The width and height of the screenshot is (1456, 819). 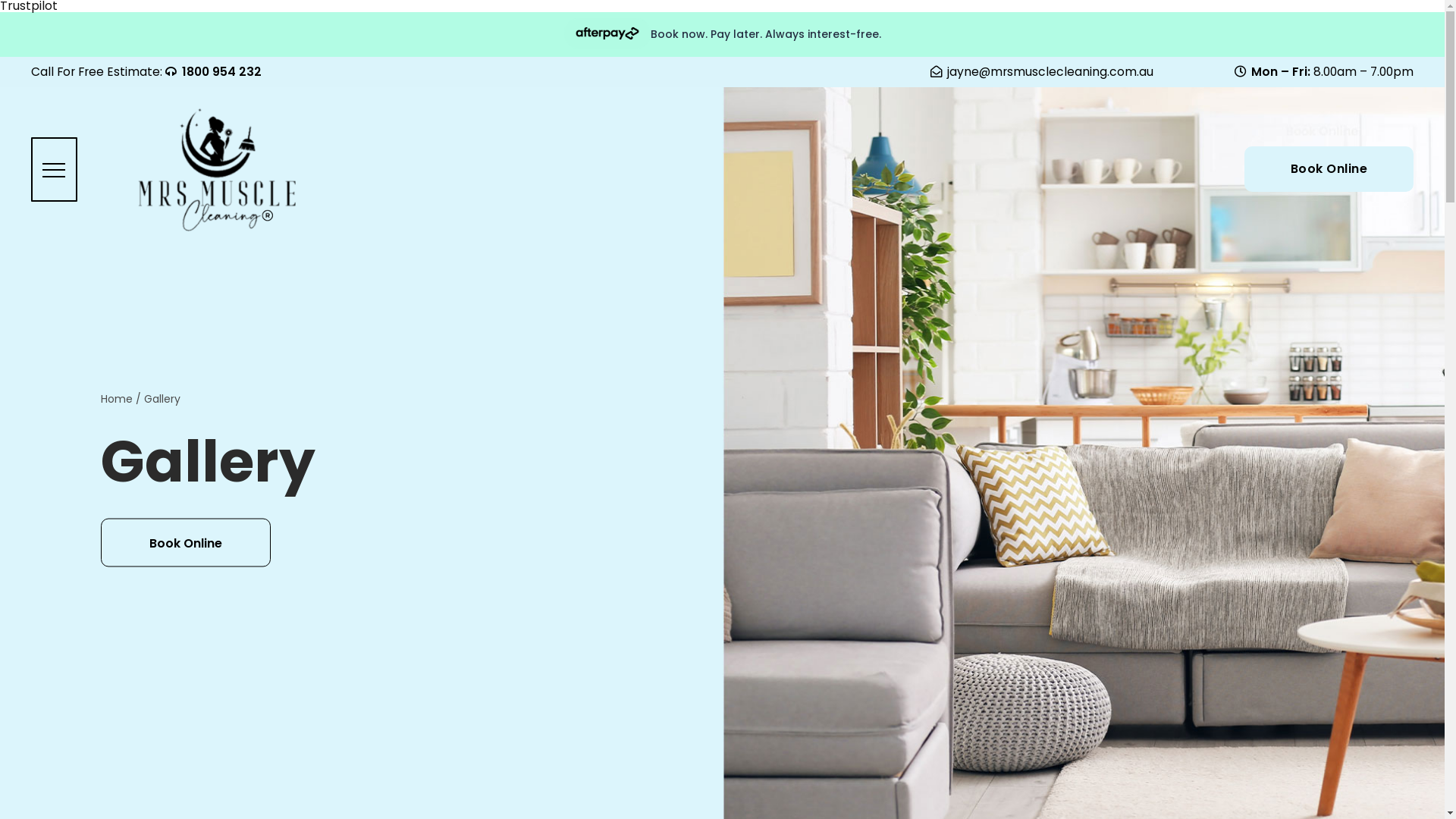 What do you see at coordinates (1328, 169) in the screenshot?
I see `'Book Online'` at bounding box center [1328, 169].